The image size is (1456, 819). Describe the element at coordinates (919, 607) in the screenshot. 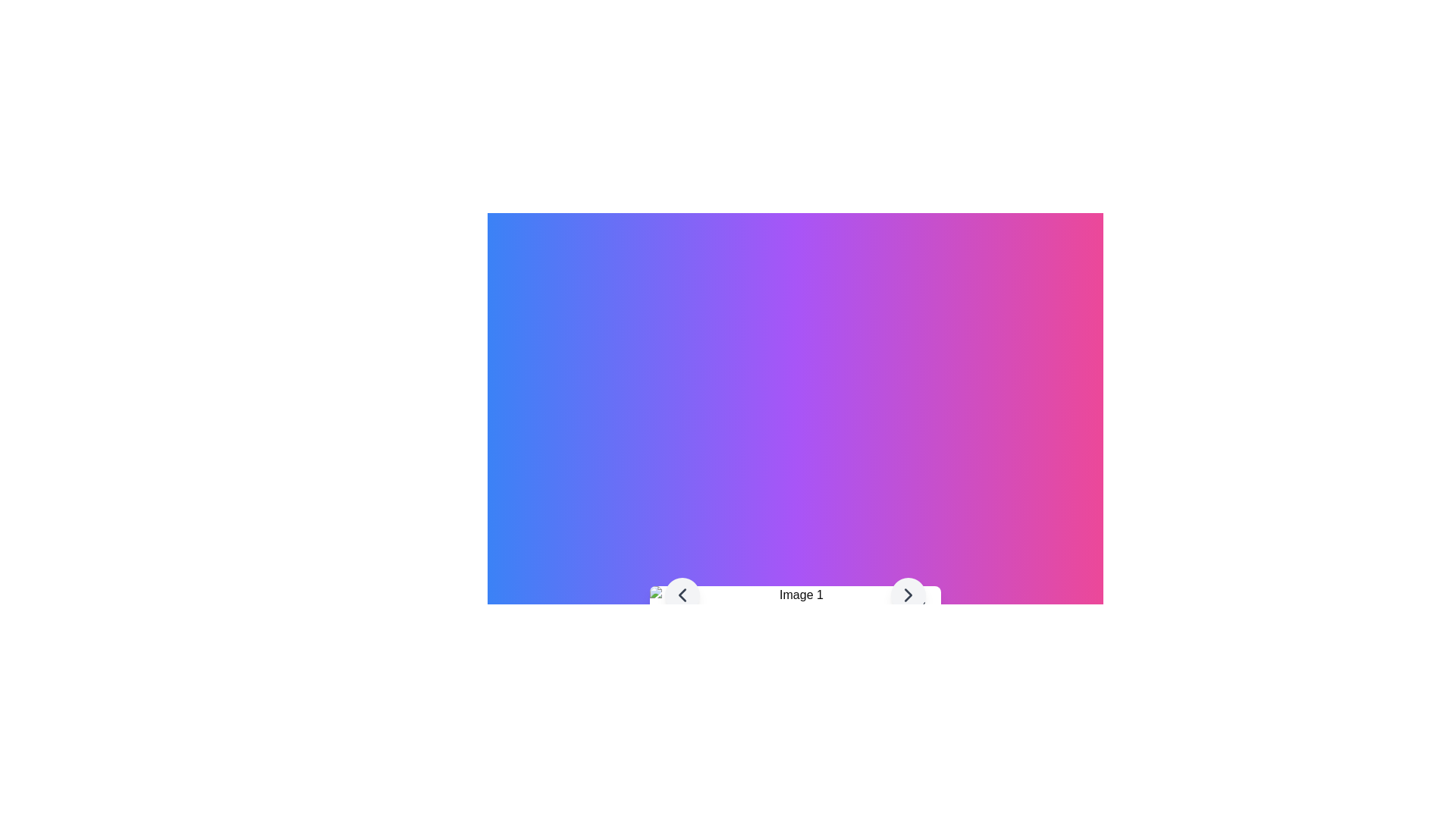

I see `the dismiss button represented by a minimalistic white 'X' icon located at the top-right corner of the image description box` at that location.